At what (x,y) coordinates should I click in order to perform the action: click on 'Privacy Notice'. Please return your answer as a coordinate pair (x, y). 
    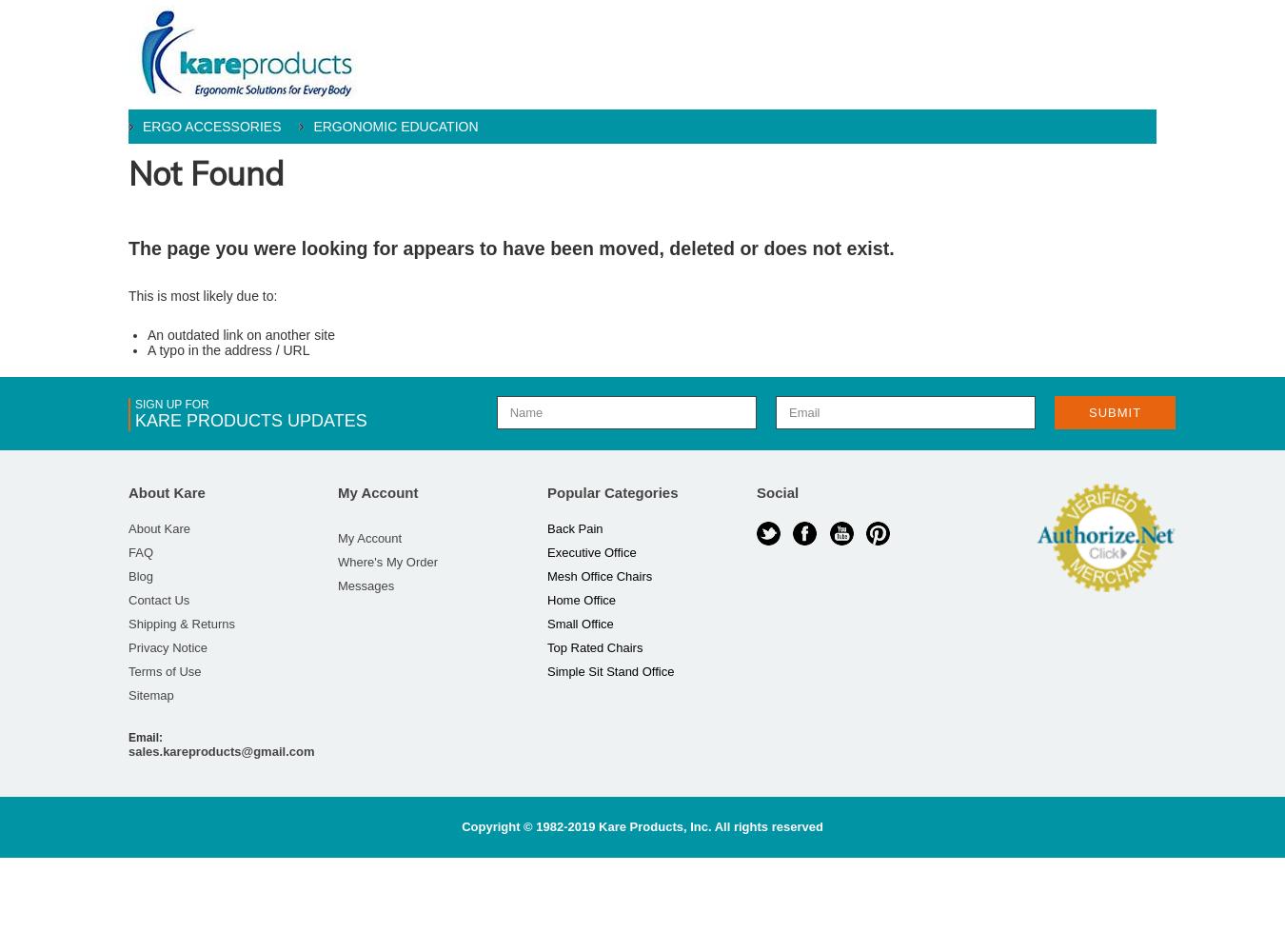
    Looking at the image, I should click on (168, 647).